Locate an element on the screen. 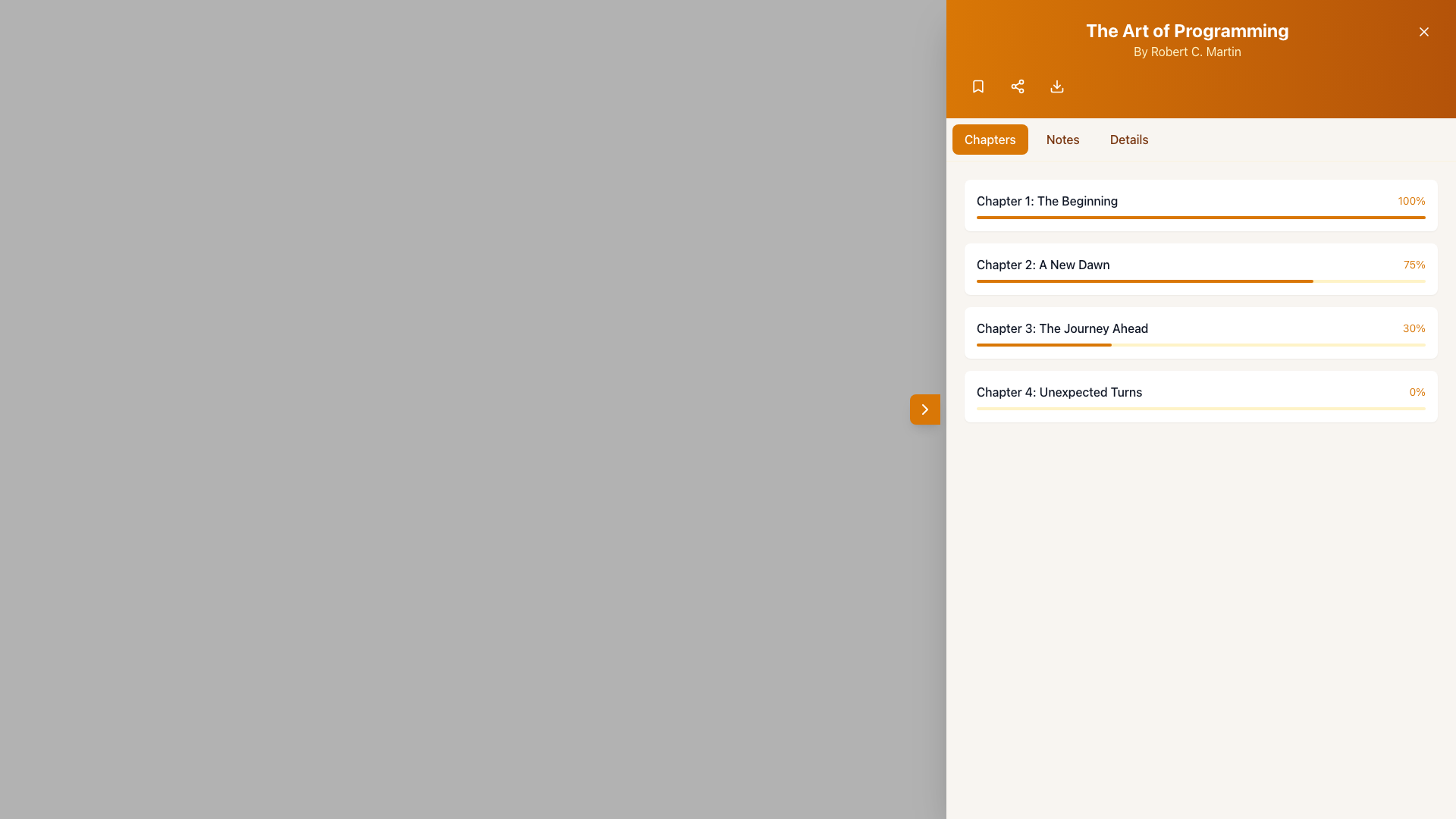  the Progress Bar that visually represents 100% completion for 'Chapter 1: The Beginning', positioned beneath the chapter title and associated text is located at coordinates (1200, 217).